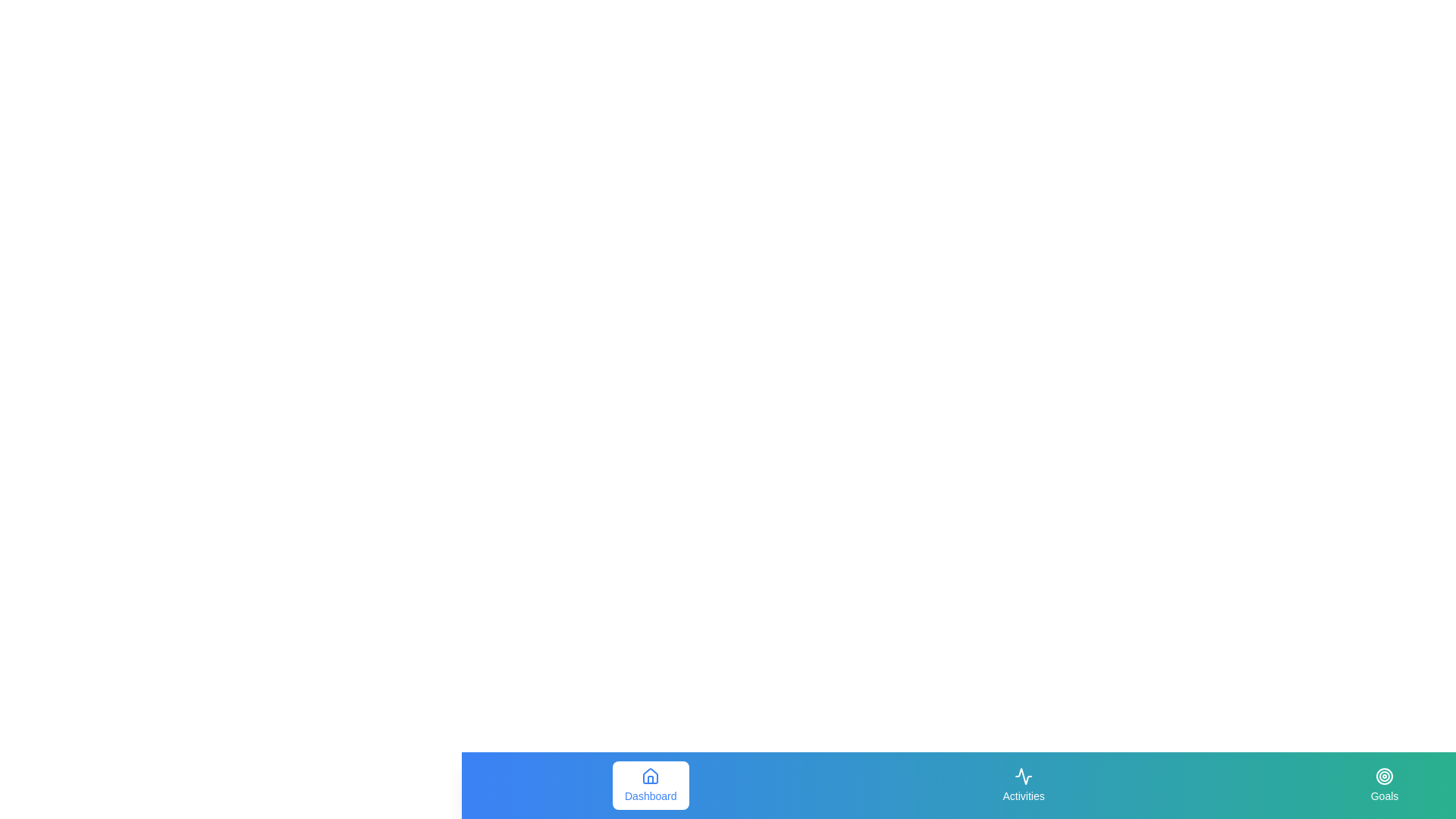  Describe the element at coordinates (1024, 785) in the screenshot. I see `the navigation tab Activities by clicking on its corresponding button` at that location.